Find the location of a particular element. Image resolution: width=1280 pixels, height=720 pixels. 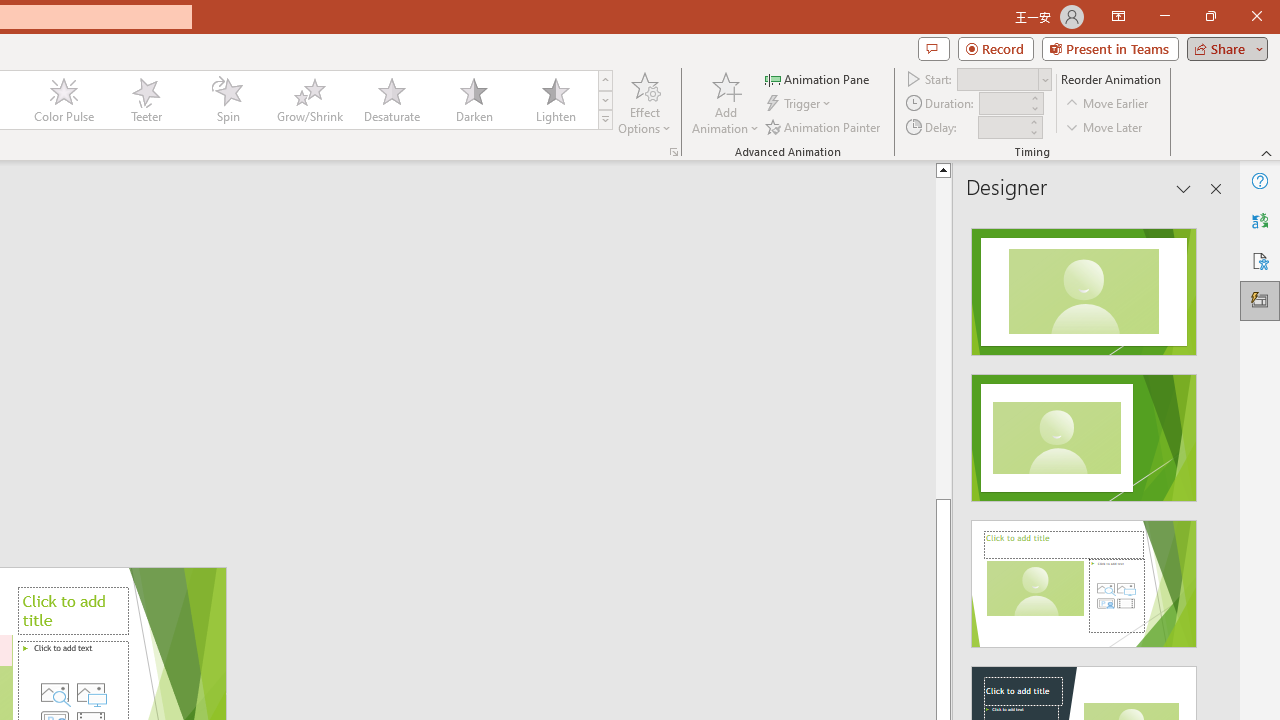

'Translator' is located at coordinates (1259, 221).